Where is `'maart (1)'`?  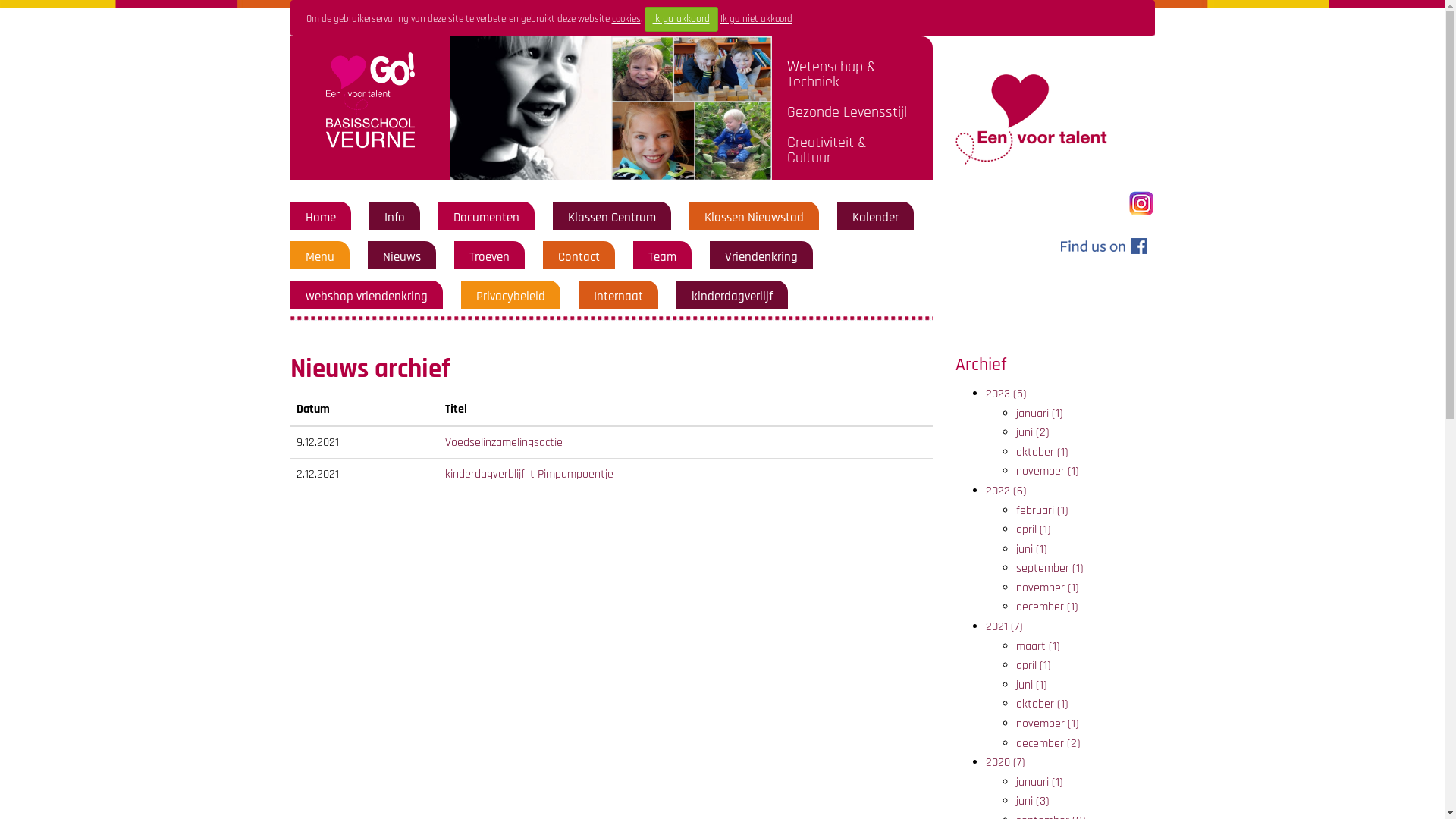 'maart (1)' is located at coordinates (1037, 646).